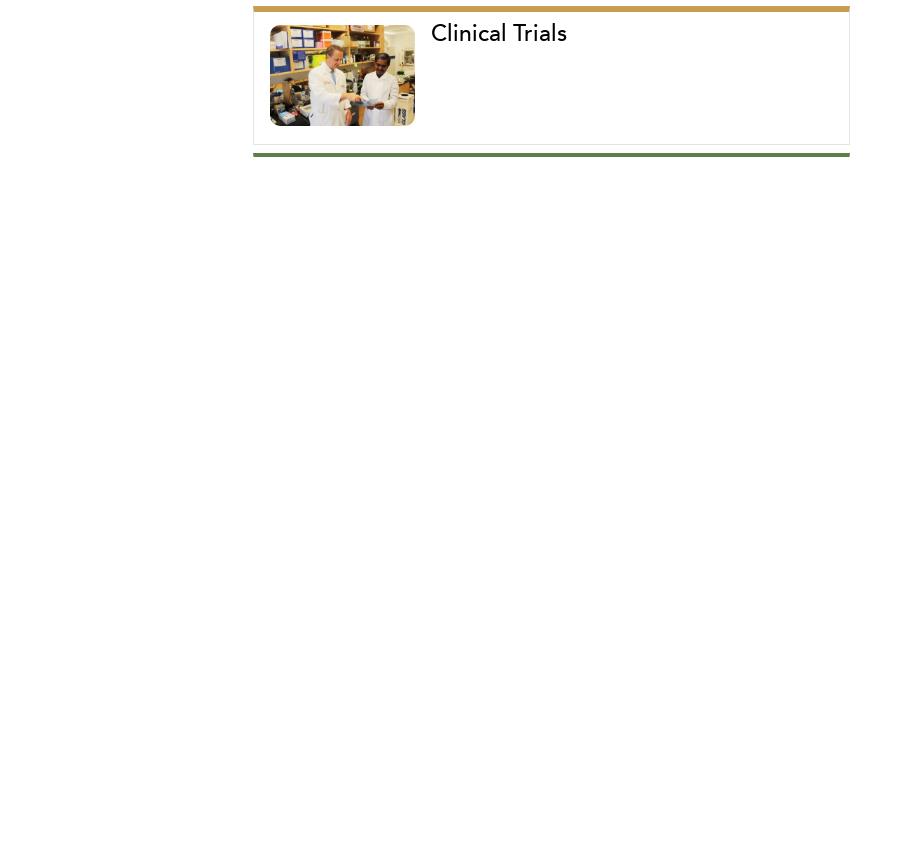 The image size is (903, 843). What do you see at coordinates (354, 377) in the screenshot?
I see `'Learn More'` at bounding box center [354, 377].